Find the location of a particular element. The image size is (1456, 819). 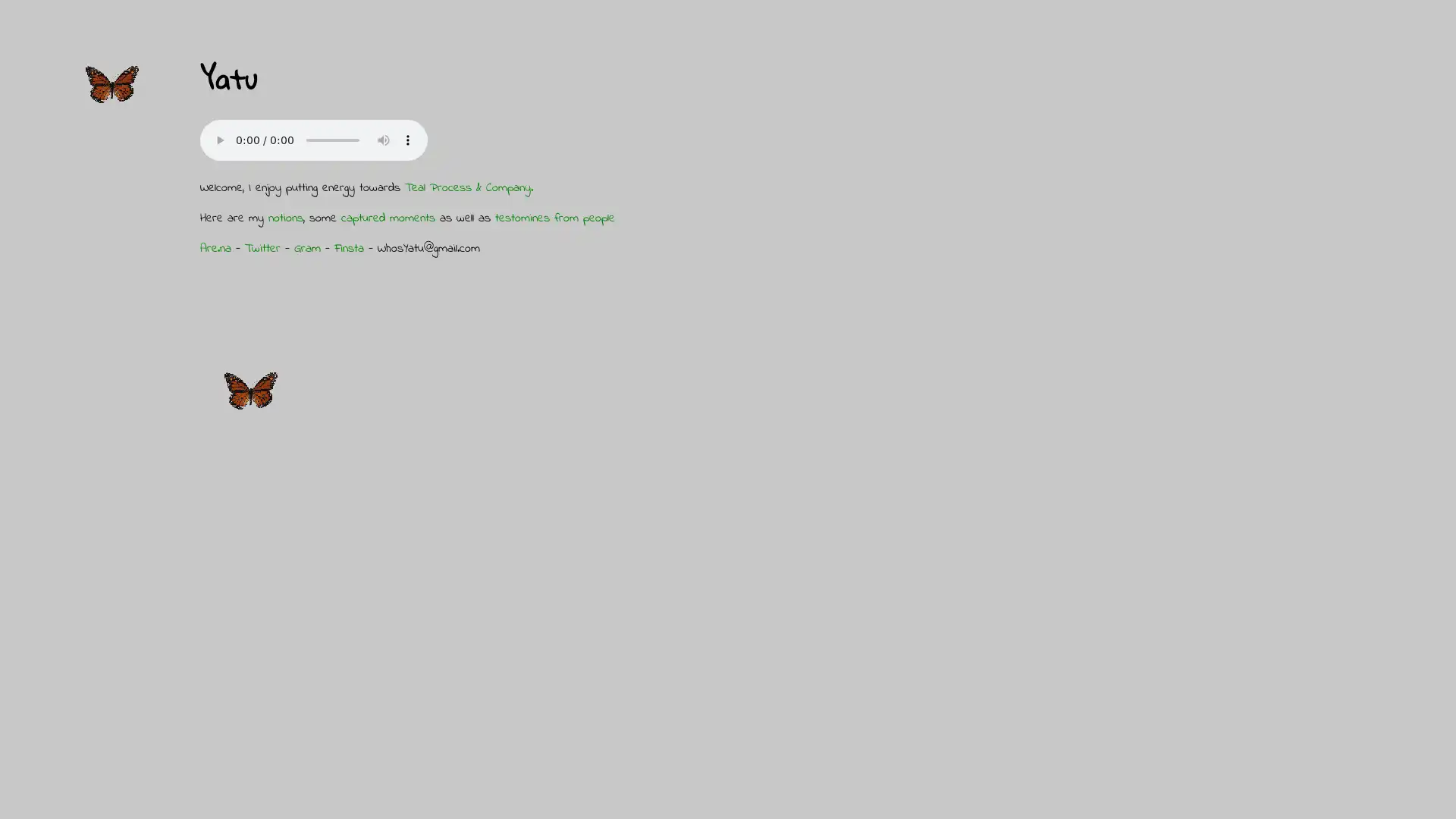

show more media controls is located at coordinates (407, 140).